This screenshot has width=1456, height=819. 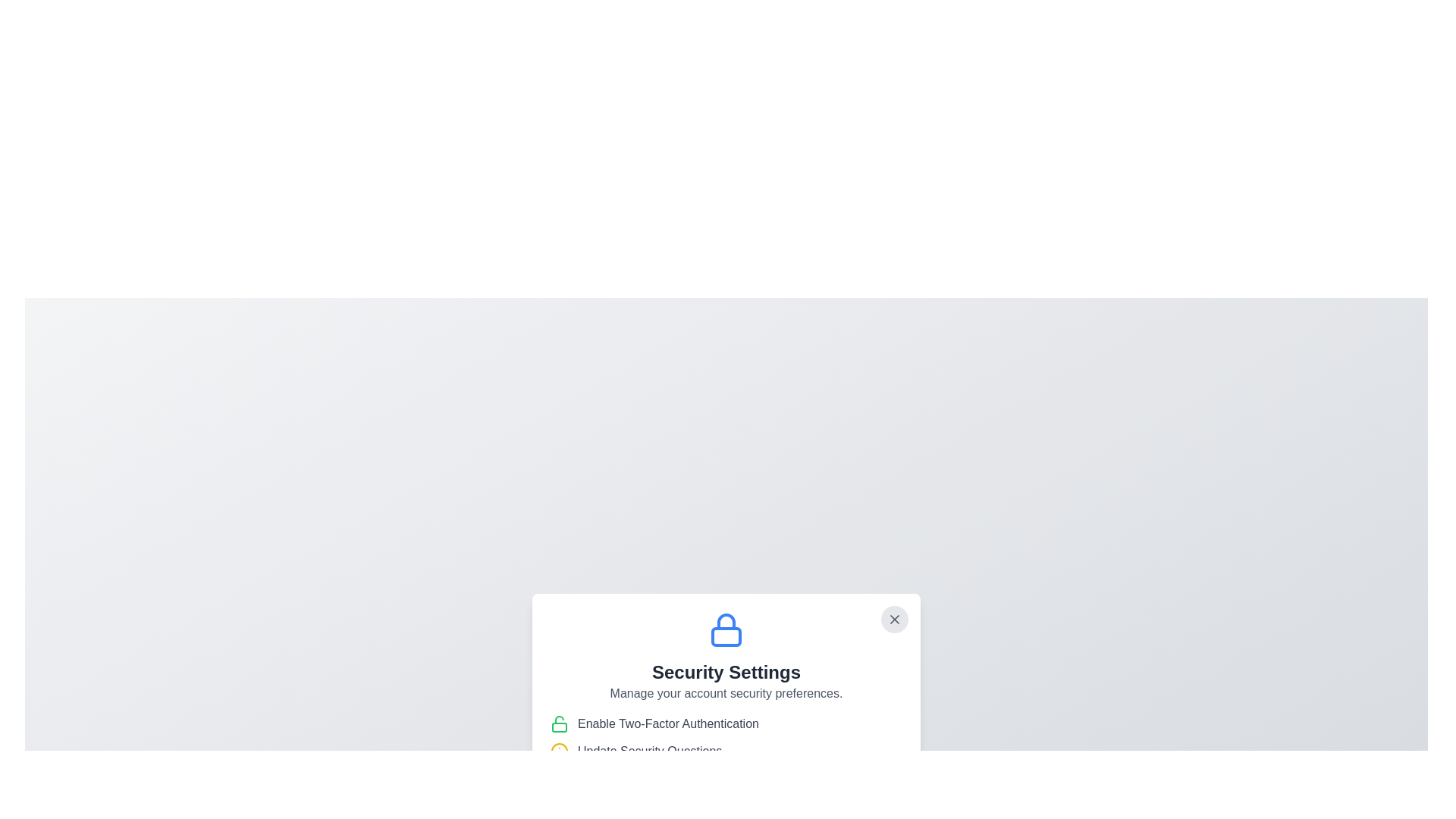 I want to click on the clickable row labeled 'Enable Two-Factor Authentication' which is the first option in the 'Security Settings' dialog, so click(x=726, y=736).